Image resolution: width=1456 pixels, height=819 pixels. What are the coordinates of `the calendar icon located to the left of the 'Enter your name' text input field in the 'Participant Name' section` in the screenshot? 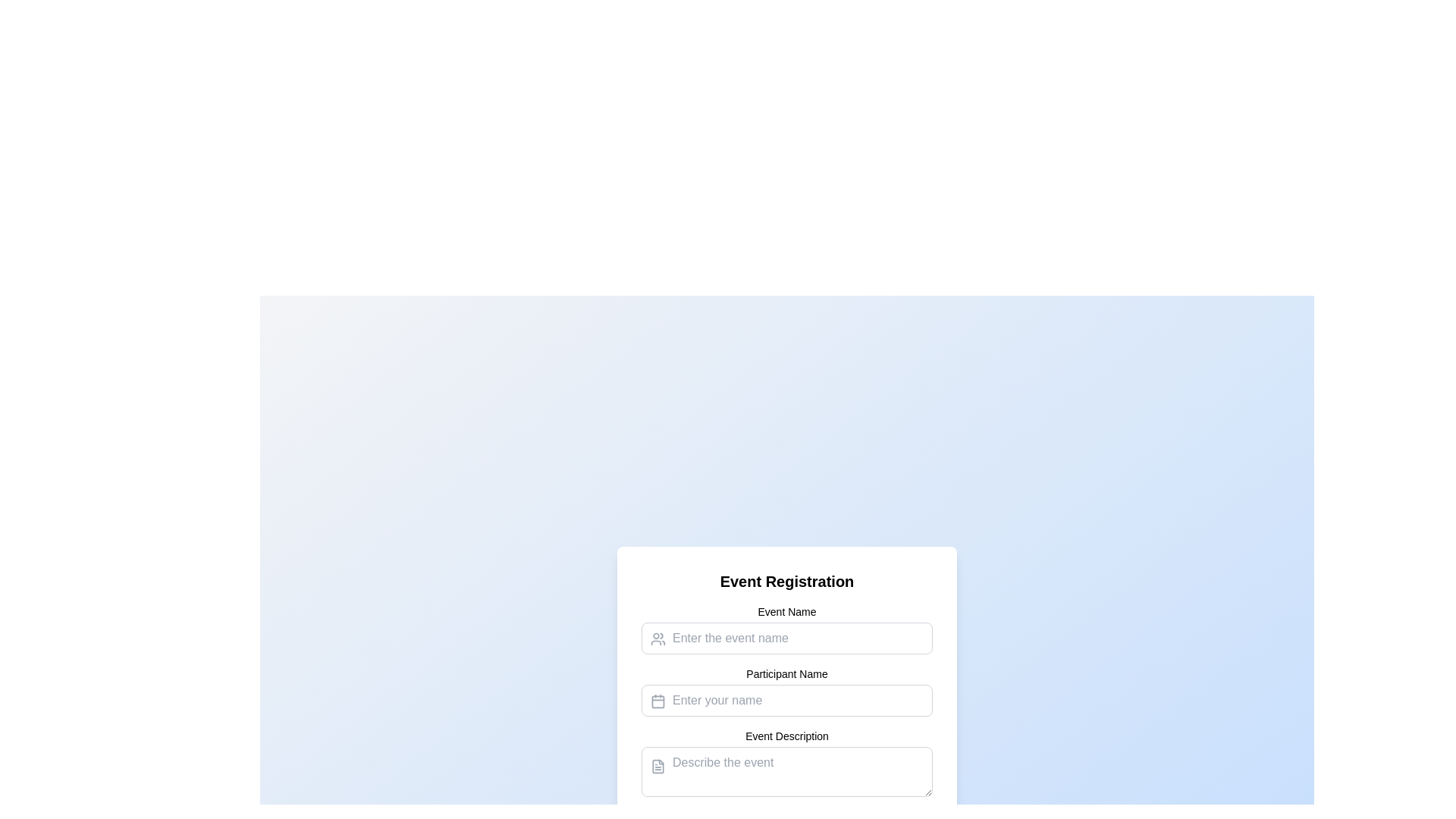 It's located at (658, 701).